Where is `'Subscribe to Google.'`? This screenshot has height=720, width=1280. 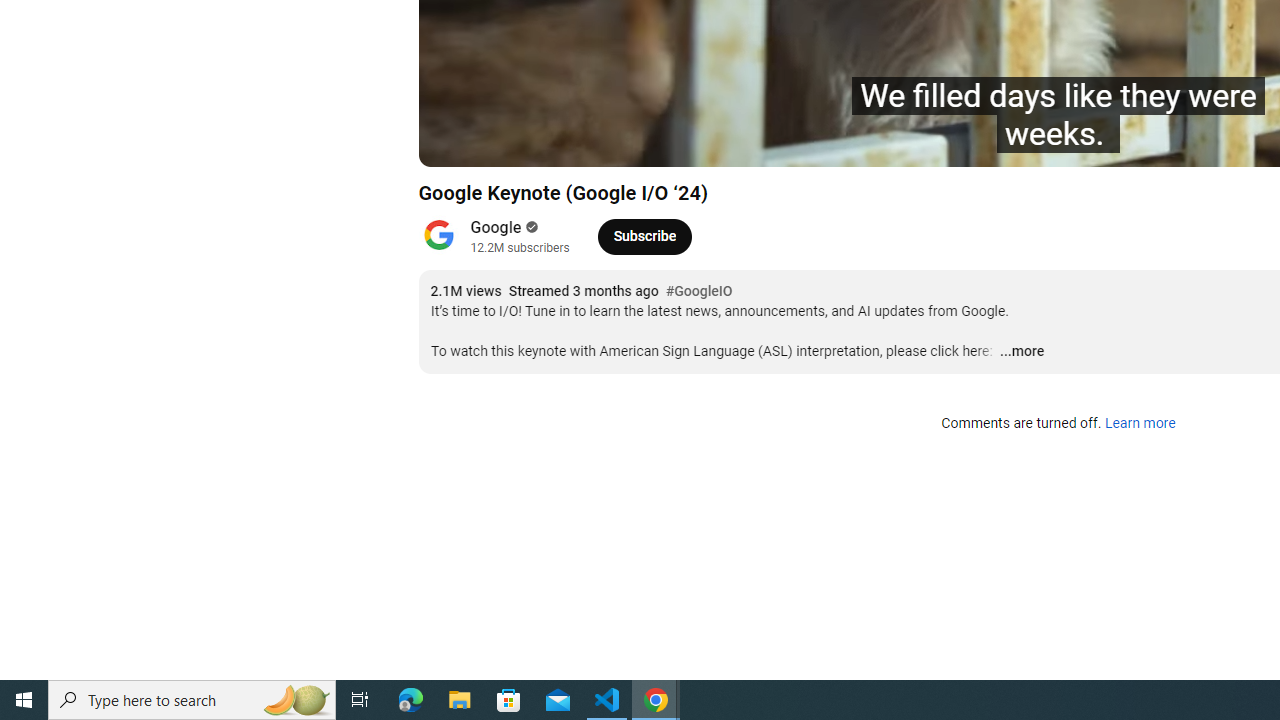
'Subscribe to Google.' is located at coordinates (644, 235).